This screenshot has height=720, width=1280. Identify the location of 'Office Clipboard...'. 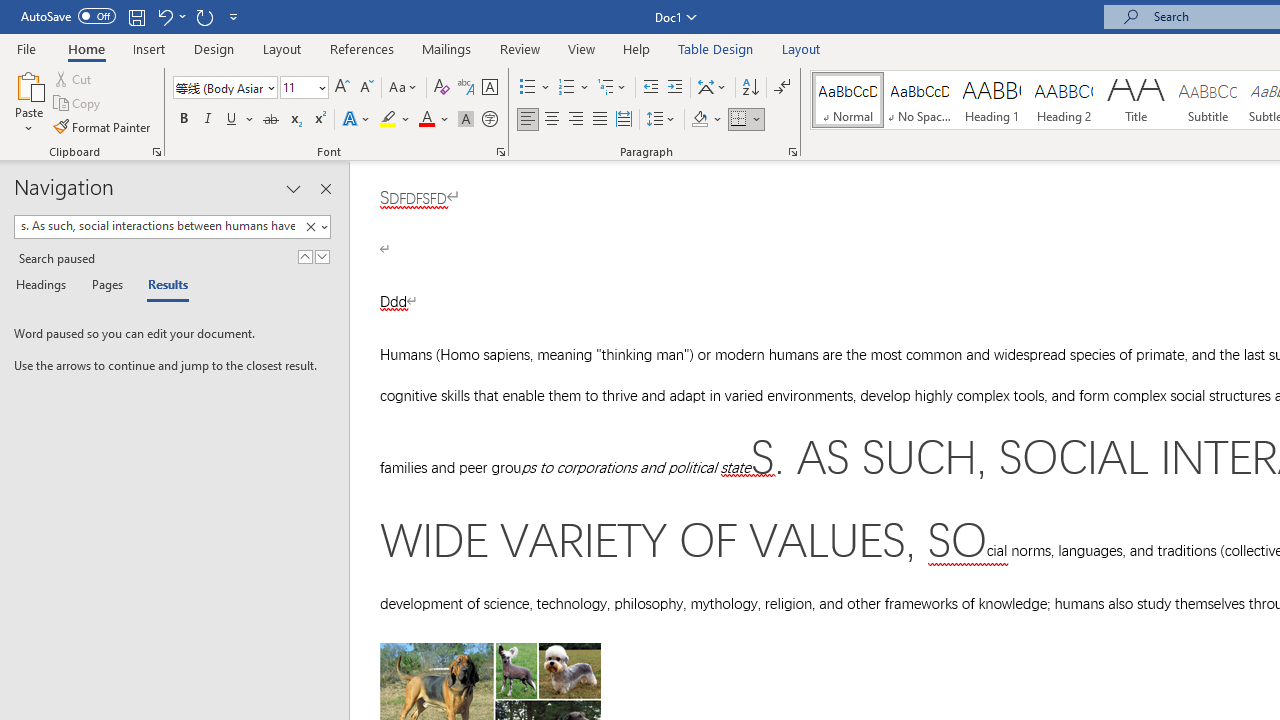
(155, 150).